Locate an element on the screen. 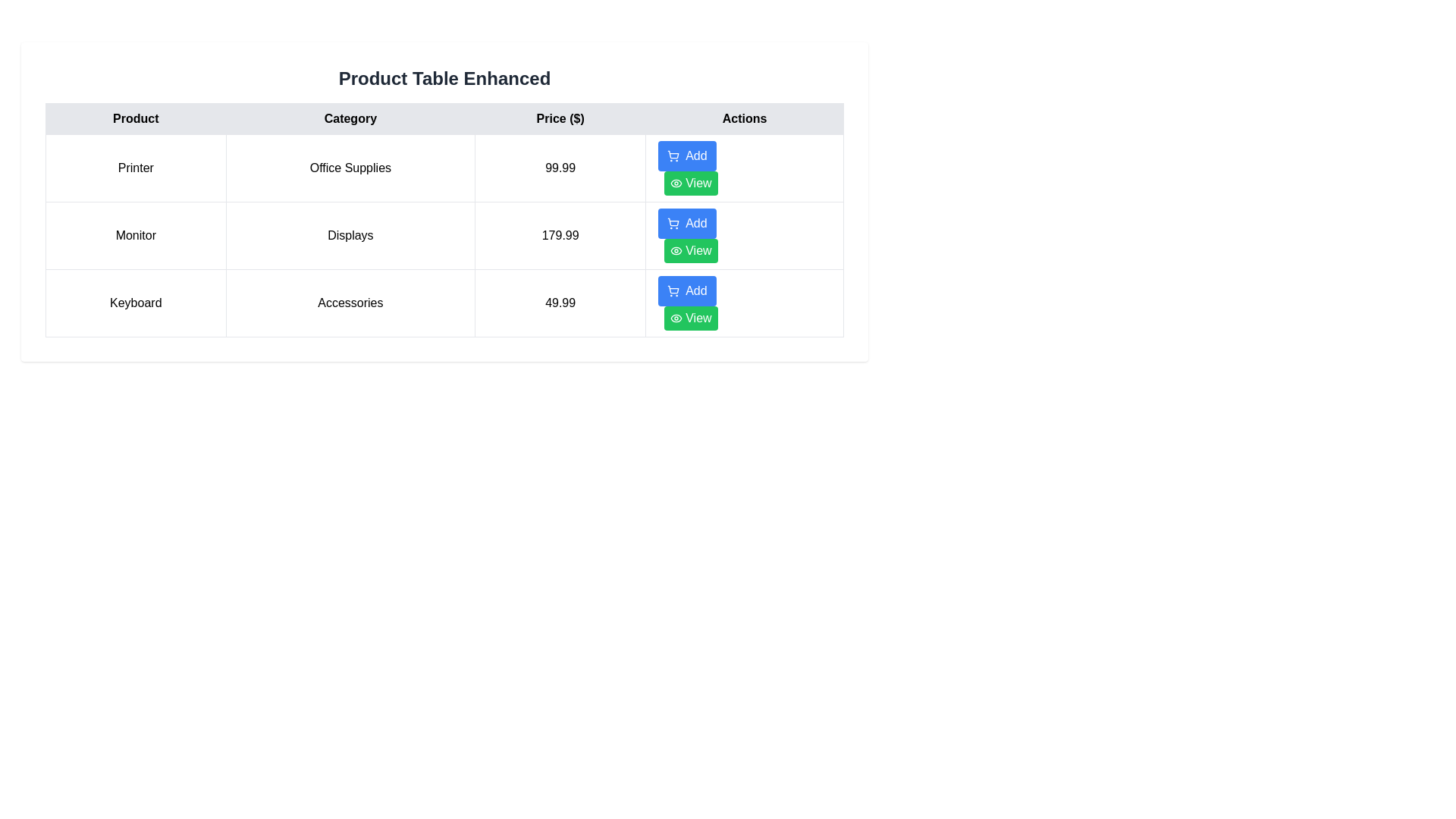 The width and height of the screenshot is (1456, 819). the Text label in the second column of the table, which represents the category of the item and is positioned under the 'Category' header, centered between 'Printer' and '99.99' is located at coordinates (350, 168).